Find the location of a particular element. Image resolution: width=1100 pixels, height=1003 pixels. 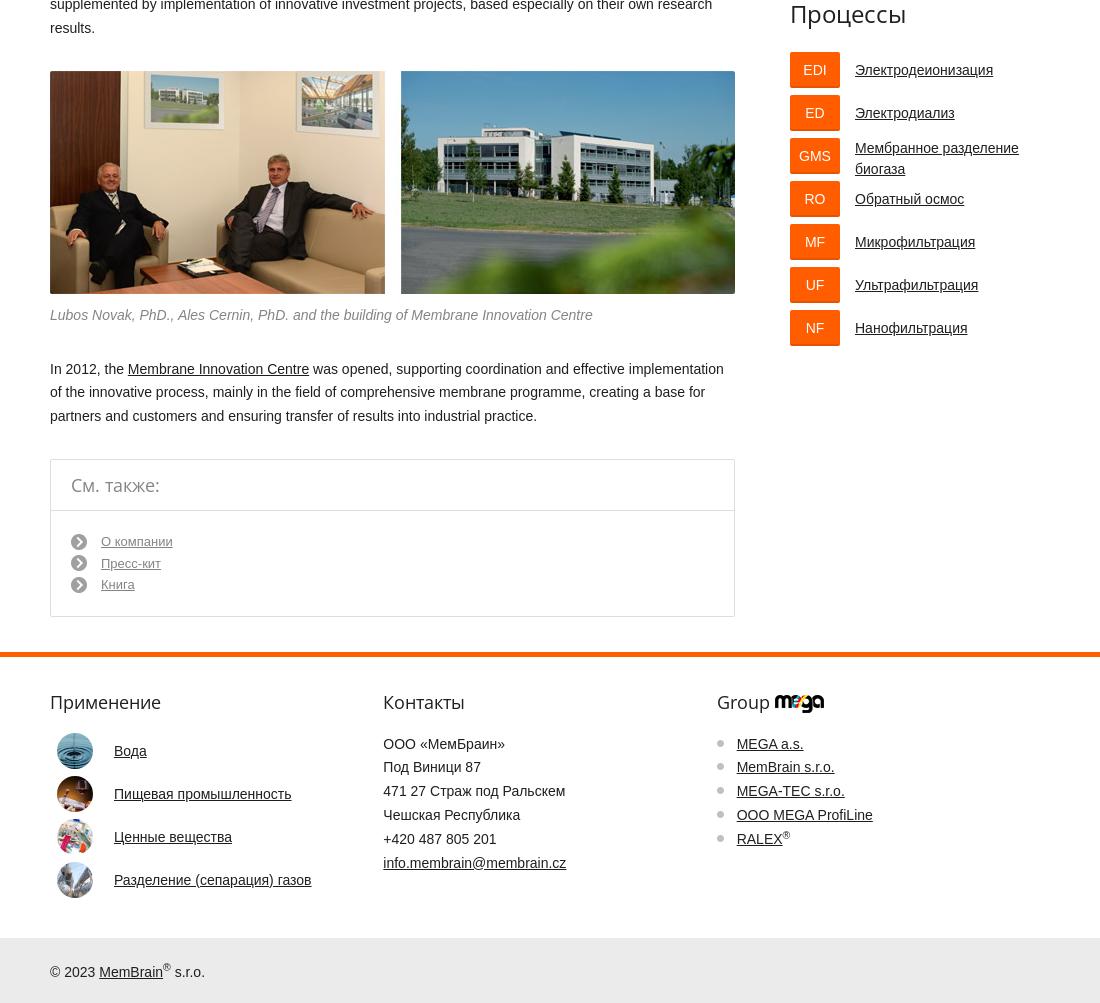

'Membrane Innovation Centre' is located at coordinates (218, 367).